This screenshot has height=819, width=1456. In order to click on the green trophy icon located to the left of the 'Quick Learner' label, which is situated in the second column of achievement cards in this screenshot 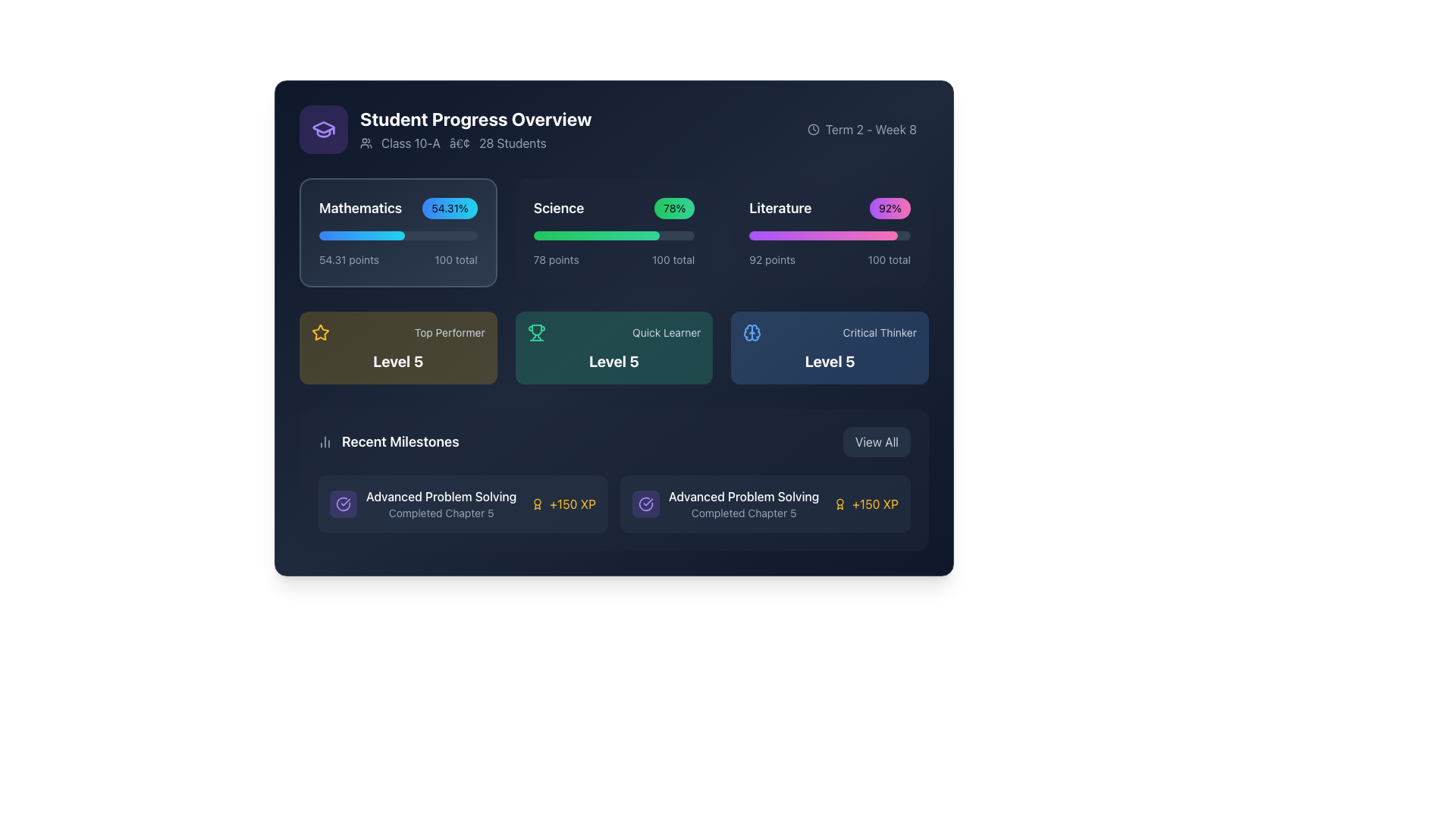, I will do `click(536, 332)`.